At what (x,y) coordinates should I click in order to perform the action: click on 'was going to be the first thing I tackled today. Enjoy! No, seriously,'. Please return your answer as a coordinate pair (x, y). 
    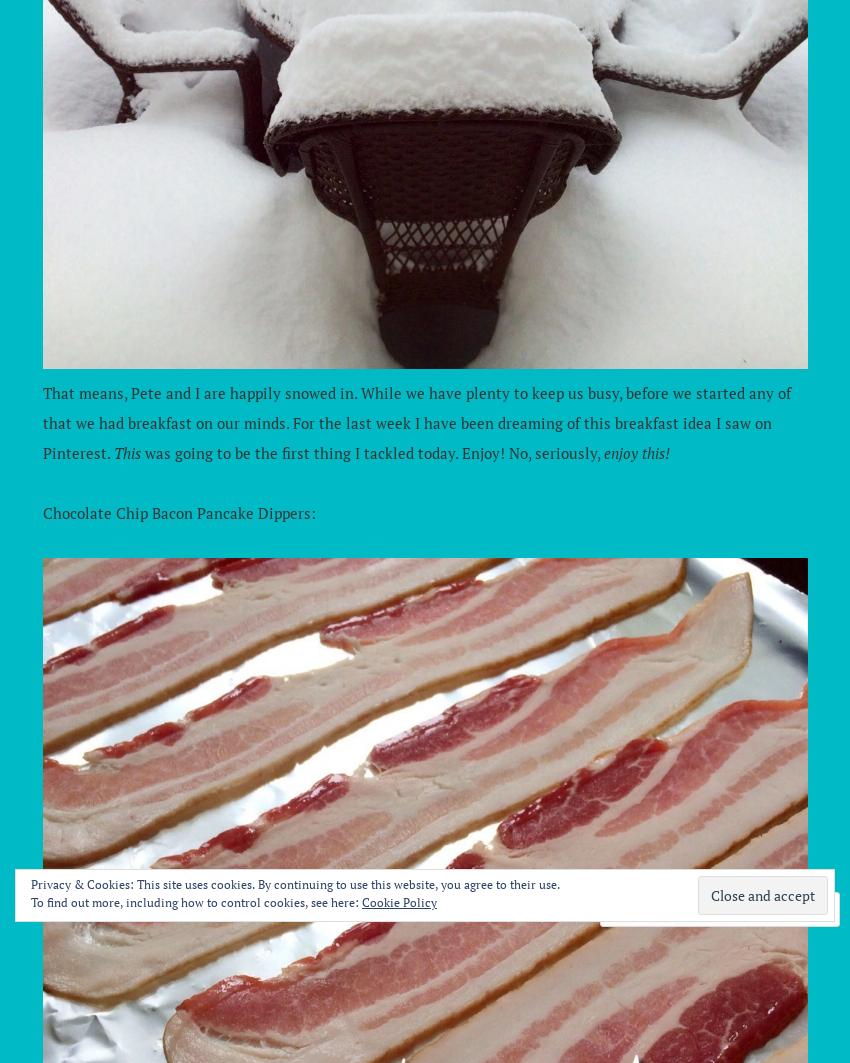
    Looking at the image, I should click on (370, 453).